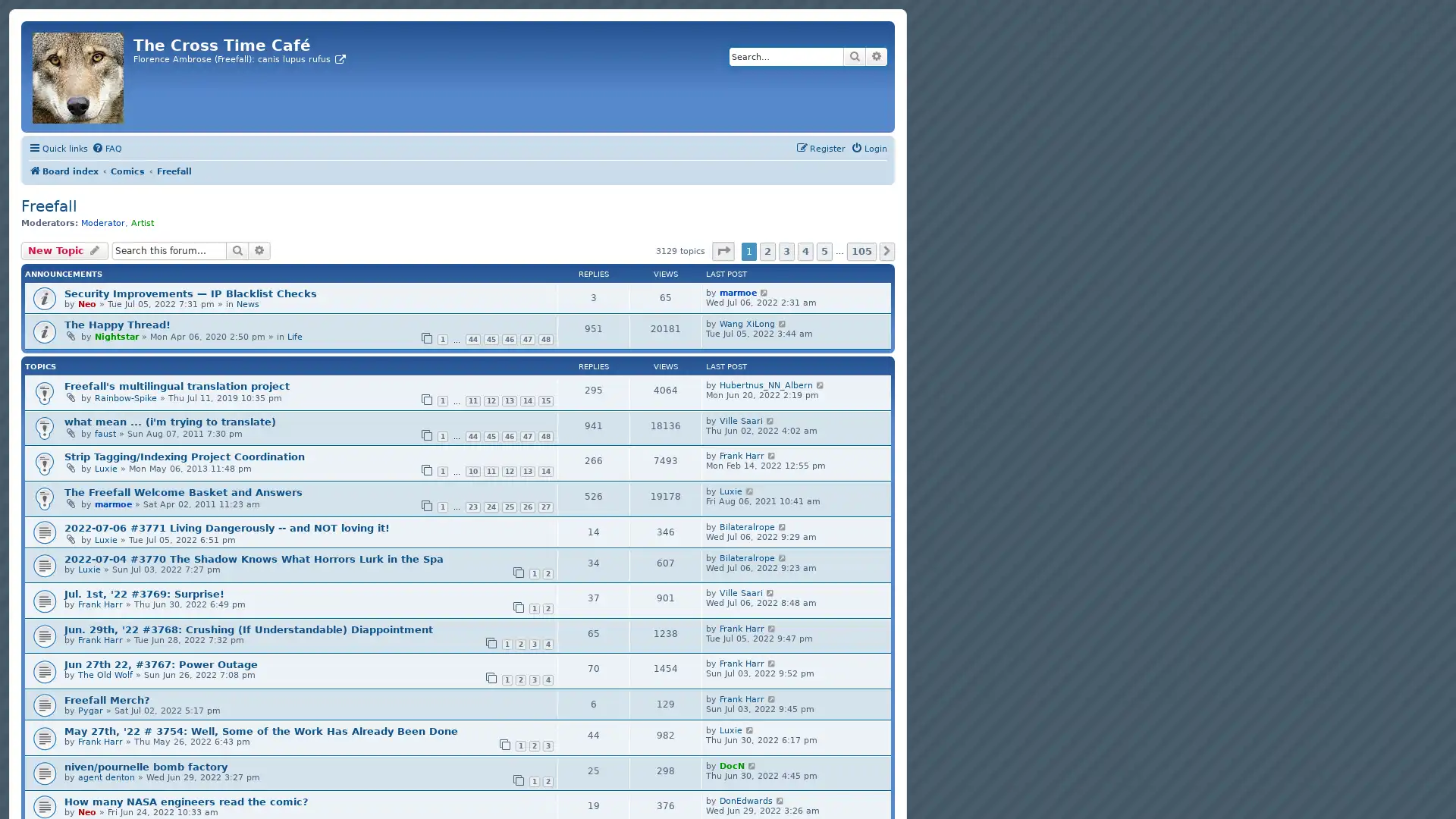 The width and height of the screenshot is (1456, 819). Describe the element at coordinates (824, 250) in the screenshot. I see `5` at that location.